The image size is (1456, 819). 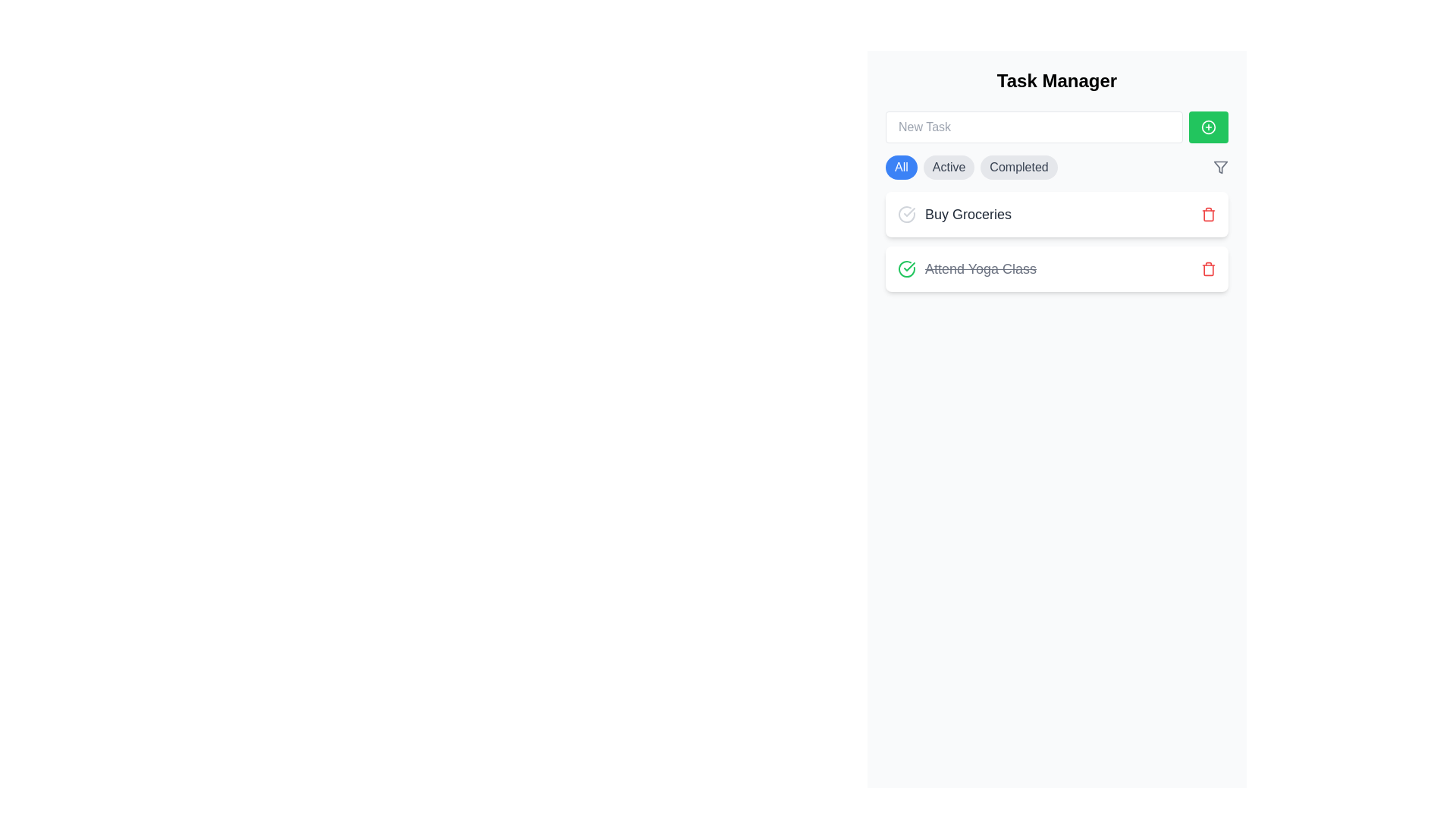 I want to click on the first task card in the task management application, which is positioned above the 'Attend Yoga Class' card, so click(x=1056, y=214).